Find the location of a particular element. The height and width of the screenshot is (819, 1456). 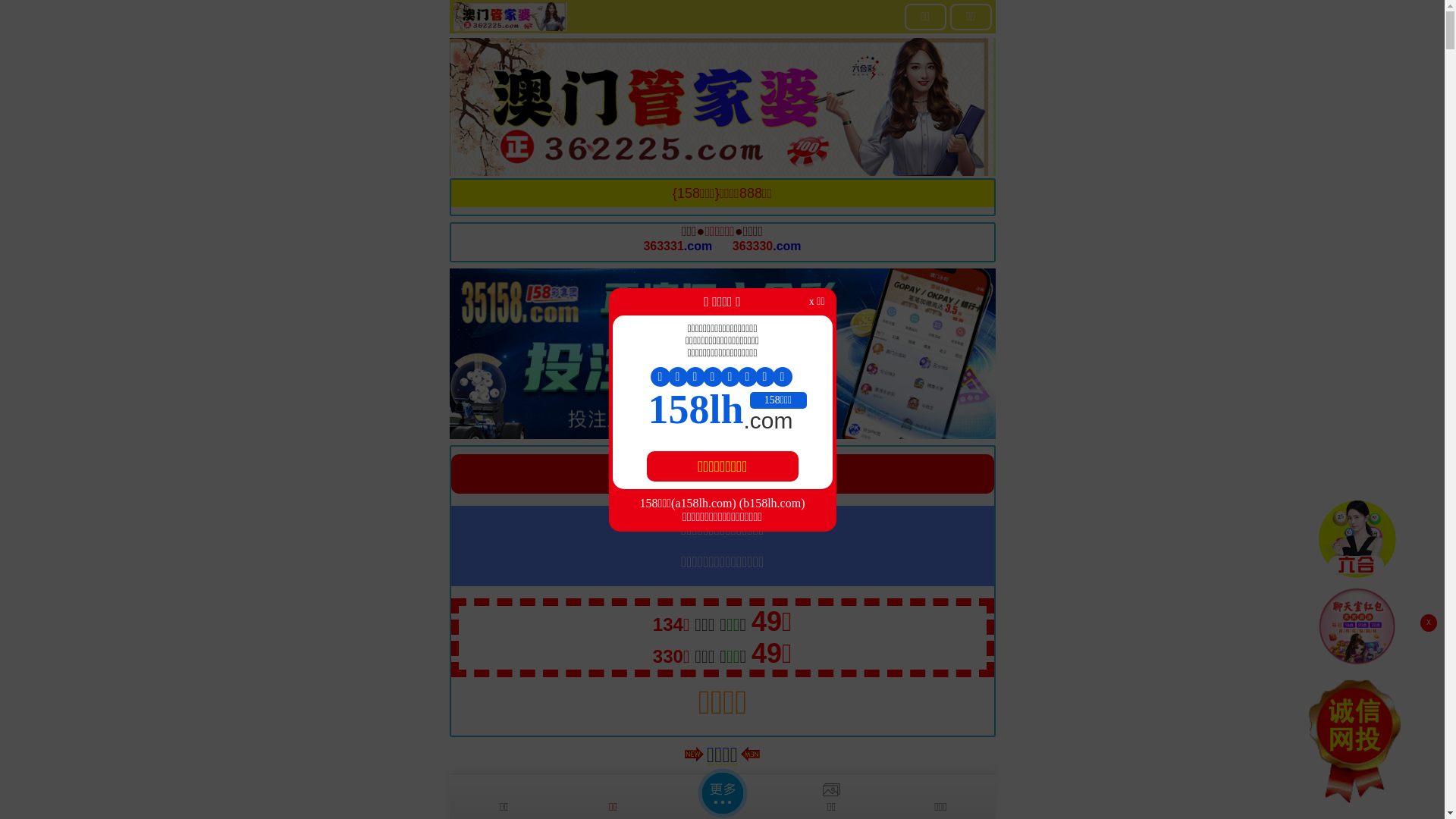

'x' is located at coordinates (1427, 623).